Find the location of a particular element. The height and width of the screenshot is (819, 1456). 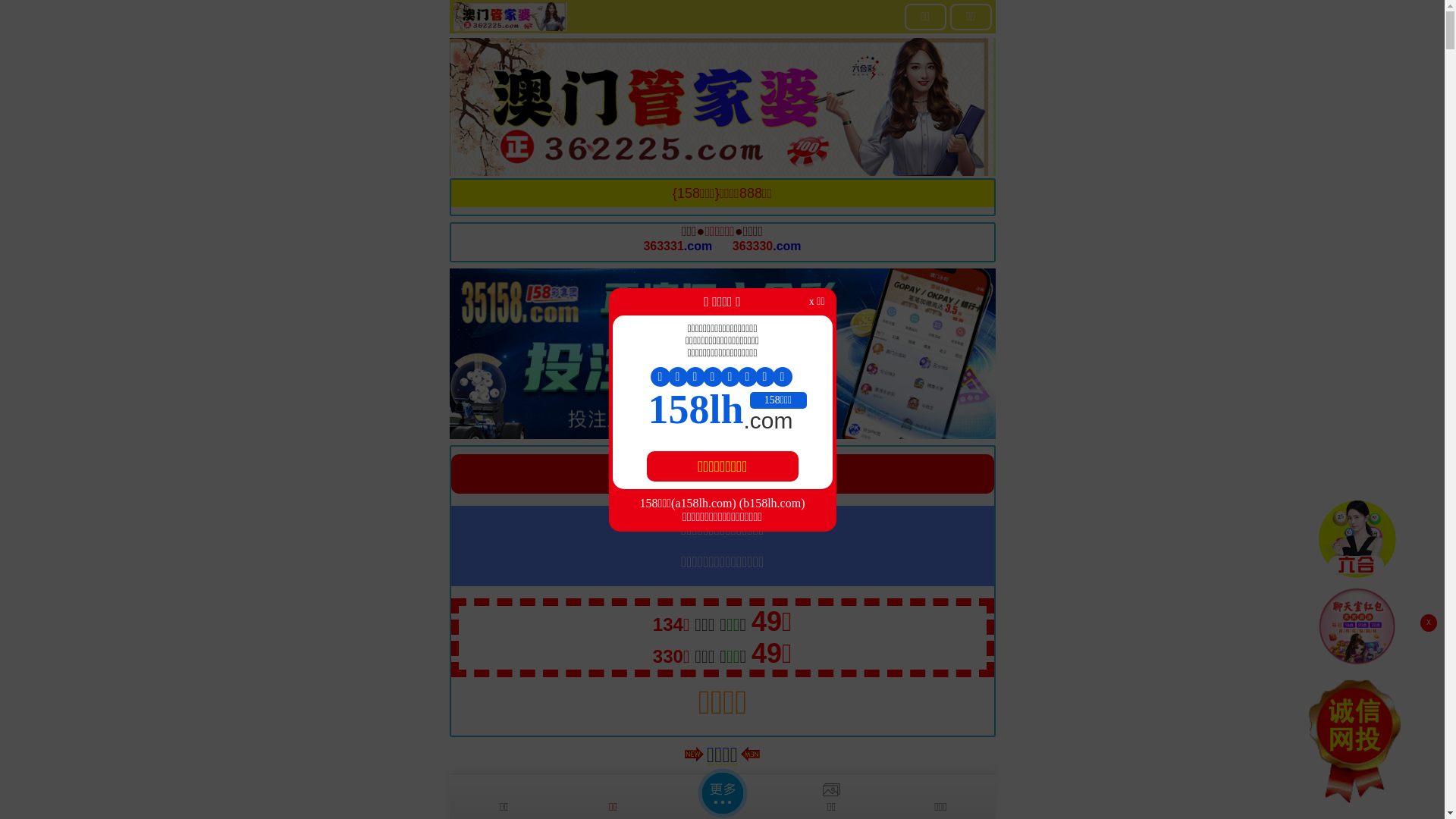

'x' is located at coordinates (1427, 623).